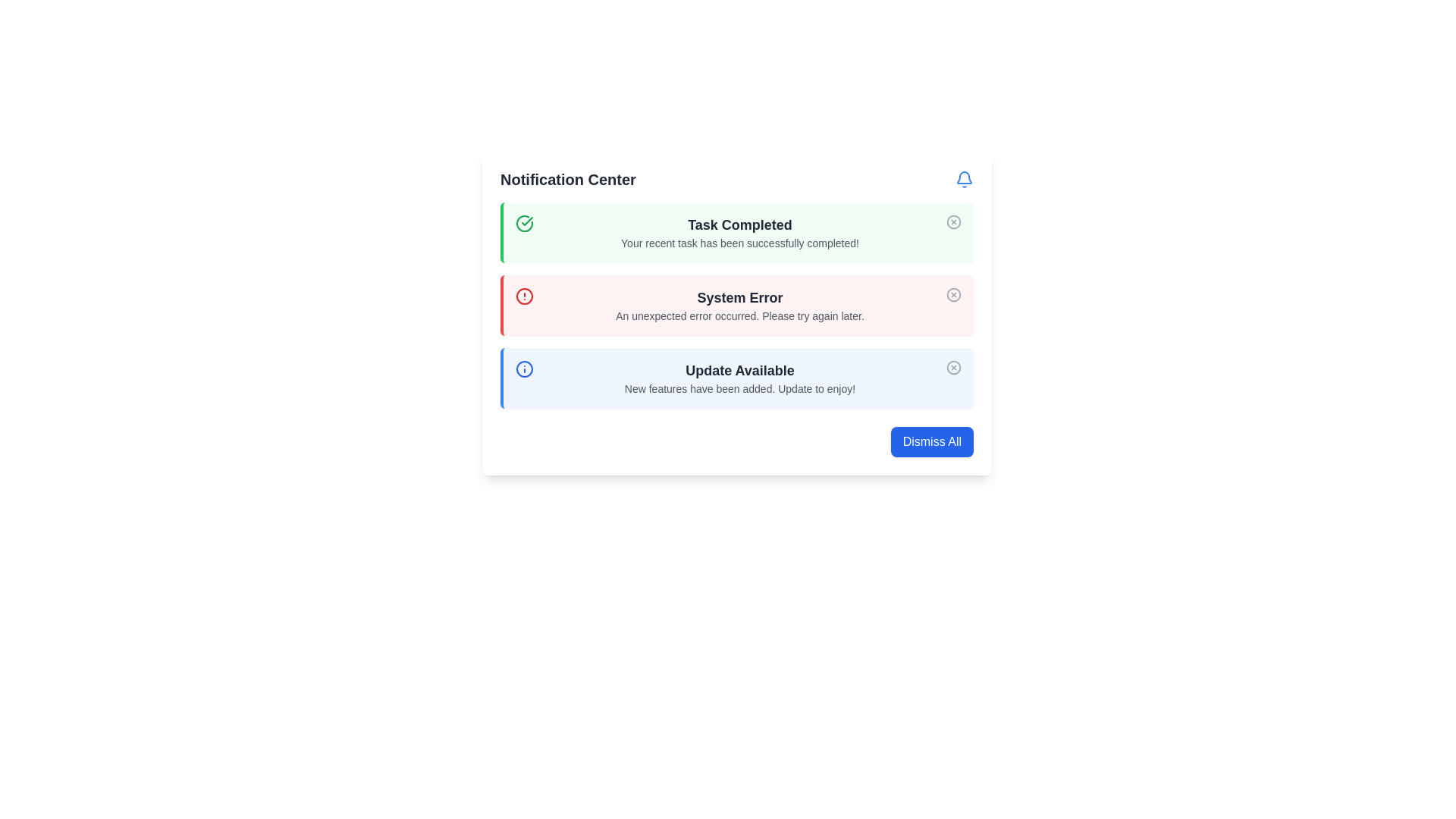 Image resolution: width=1456 pixels, height=819 pixels. I want to click on the Text Label that highlights the title of the notification regarding an application or system update, positioned within the notification card, so click(739, 371).